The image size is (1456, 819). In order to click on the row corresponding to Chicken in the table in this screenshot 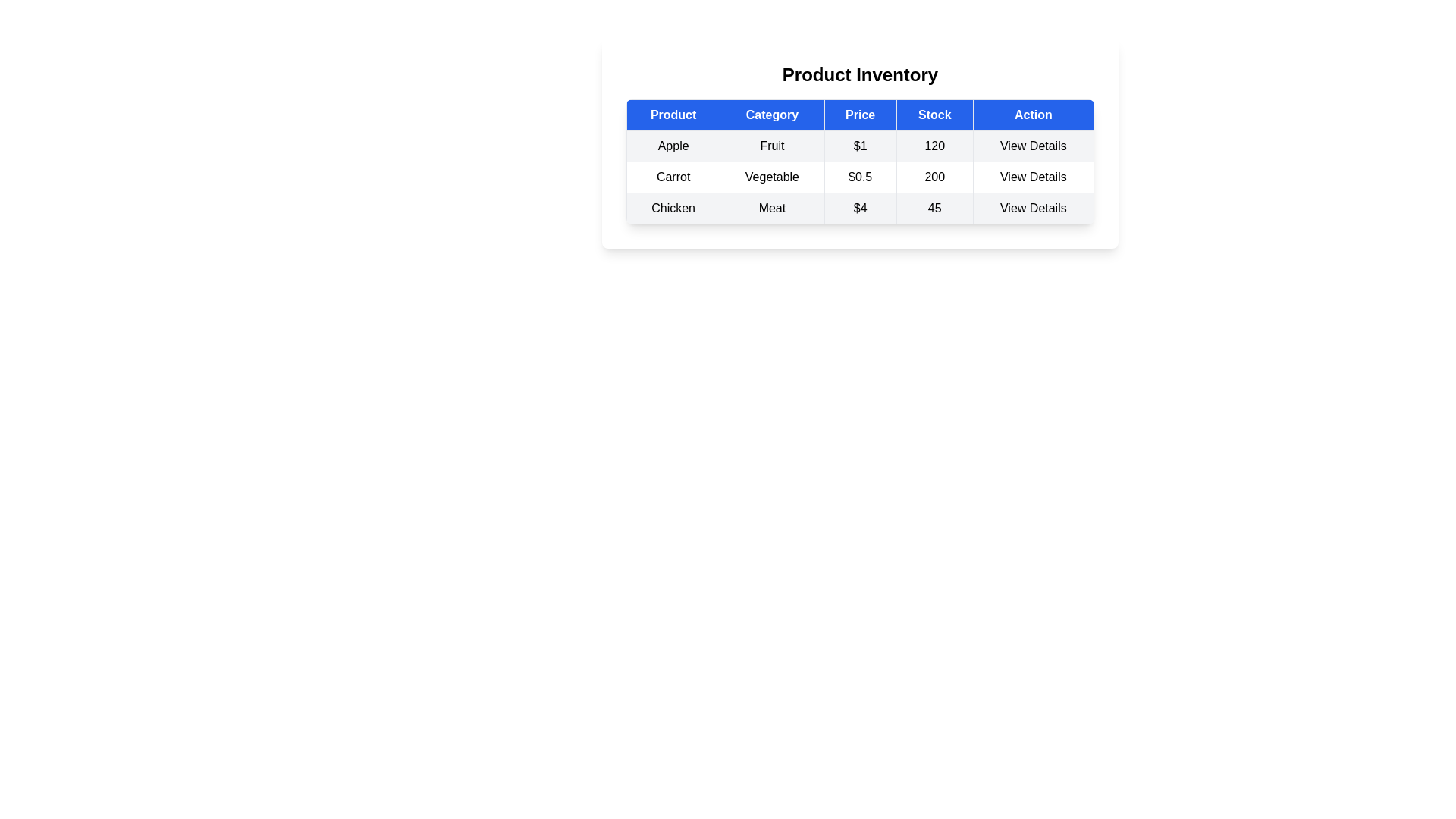, I will do `click(860, 208)`.